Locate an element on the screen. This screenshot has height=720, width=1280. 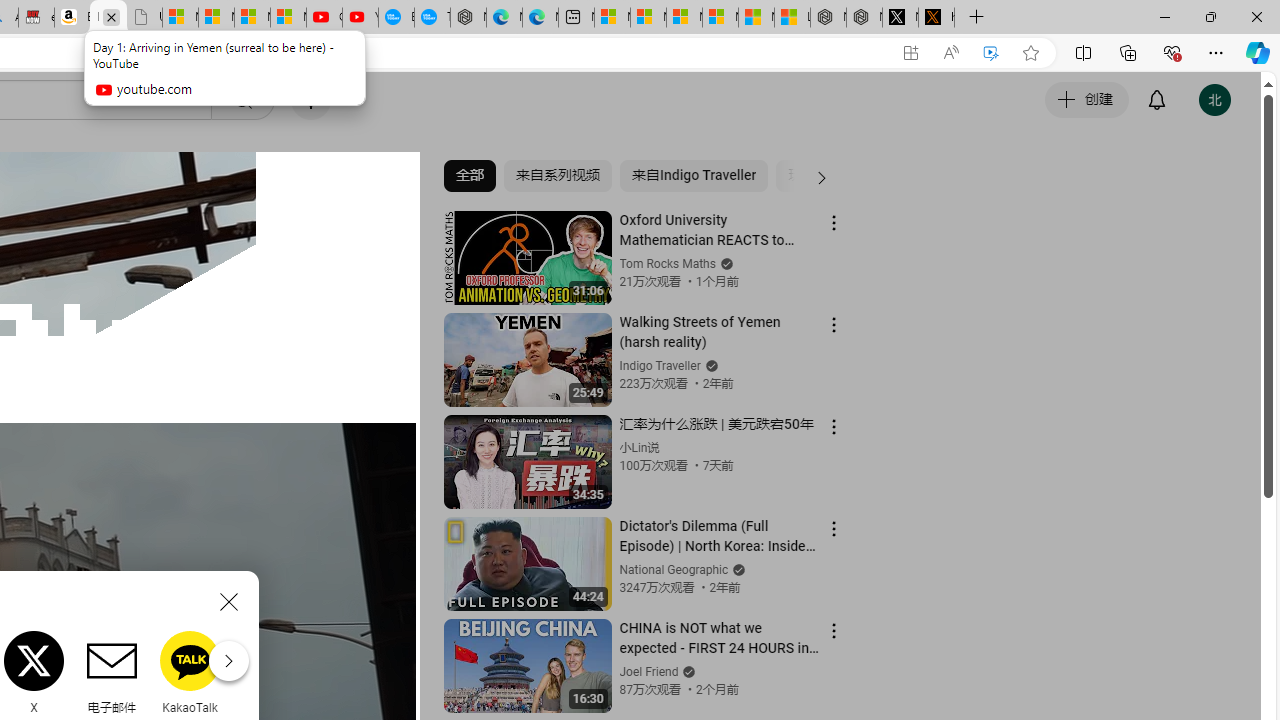
'Microsoft account | Microsoft Account Privacy Settings' is located at coordinates (648, 17).